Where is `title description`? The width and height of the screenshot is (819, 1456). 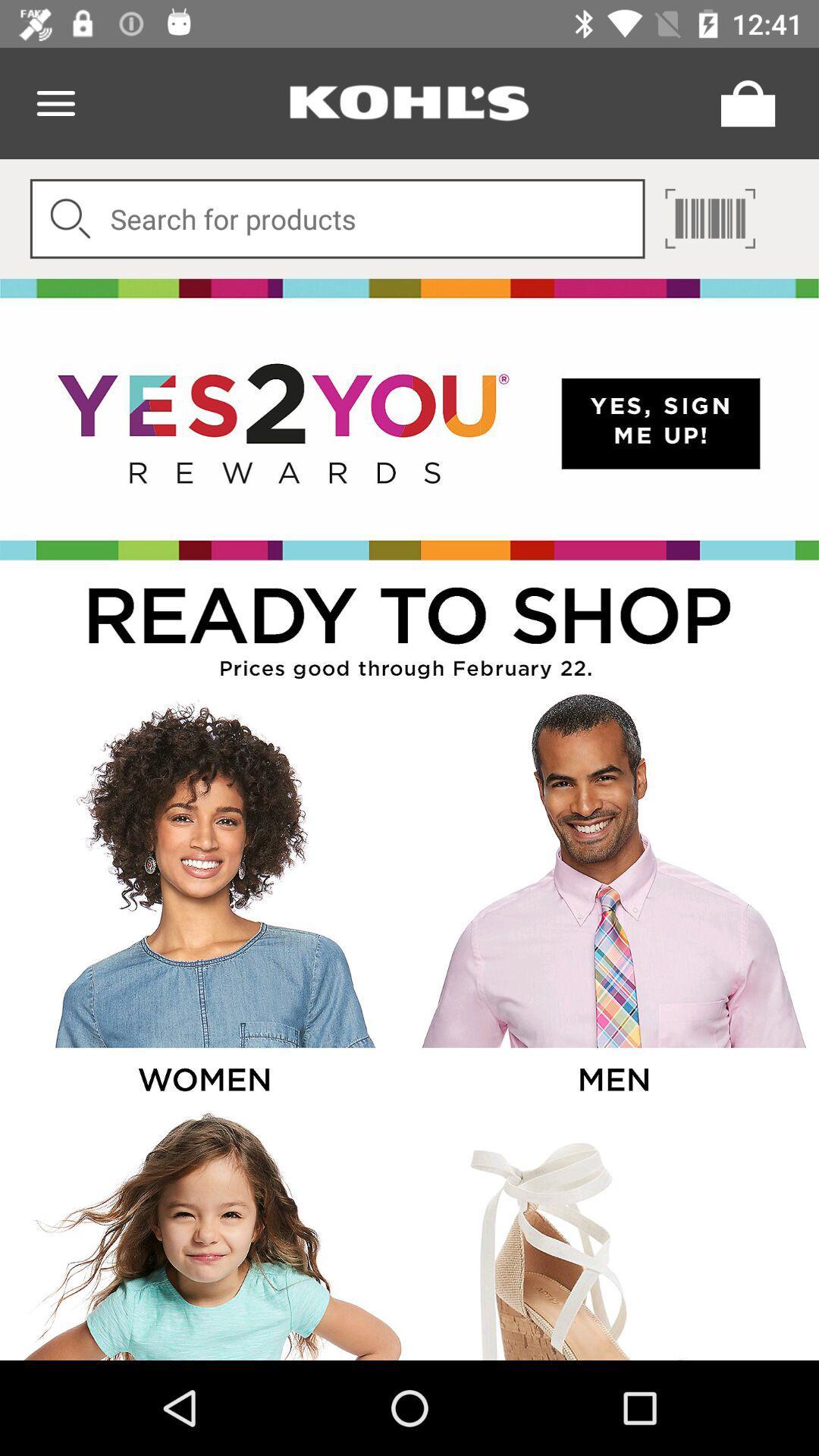
title description is located at coordinates (409, 625).